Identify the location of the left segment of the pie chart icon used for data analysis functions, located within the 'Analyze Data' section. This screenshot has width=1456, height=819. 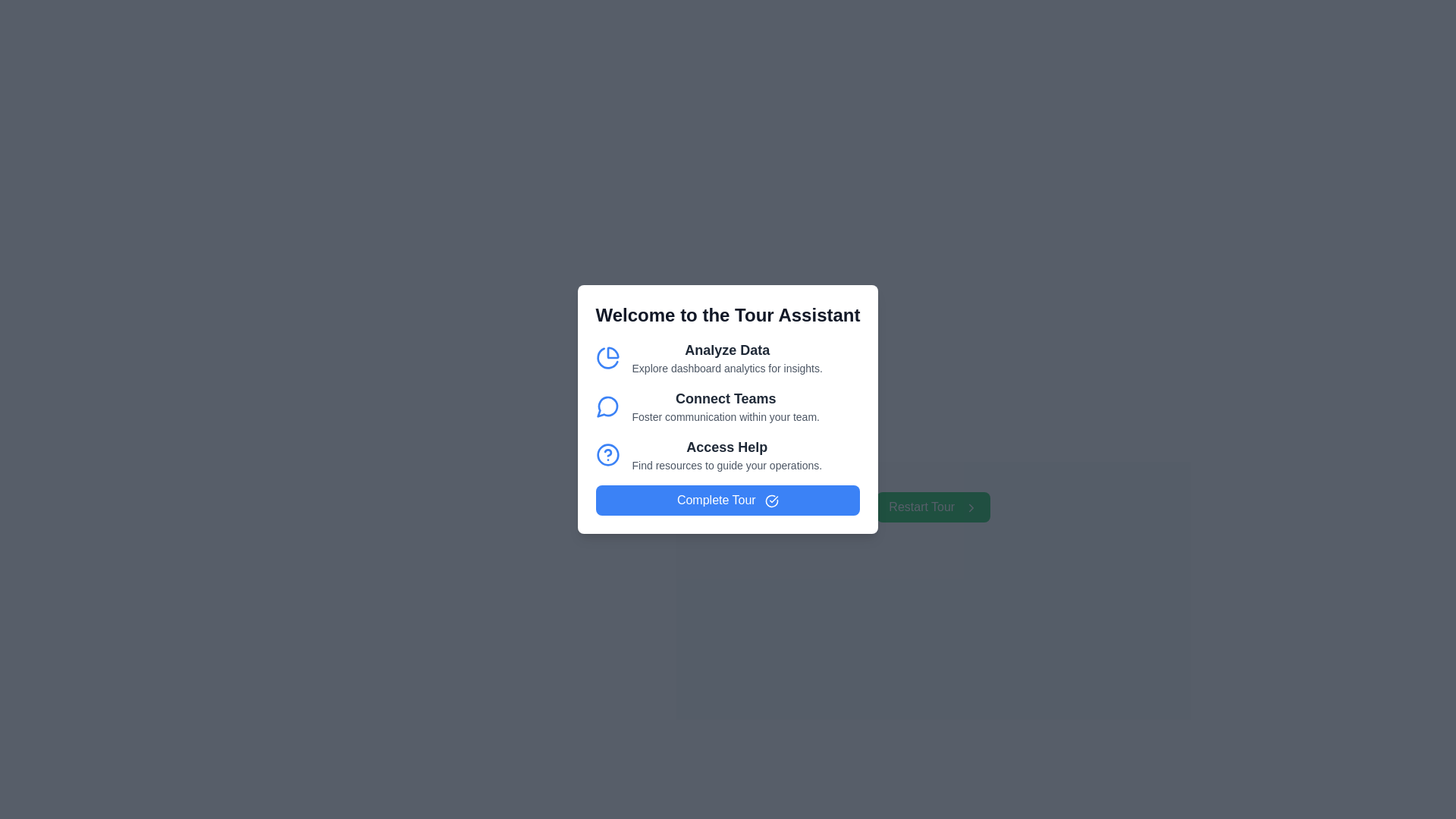
(607, 358).